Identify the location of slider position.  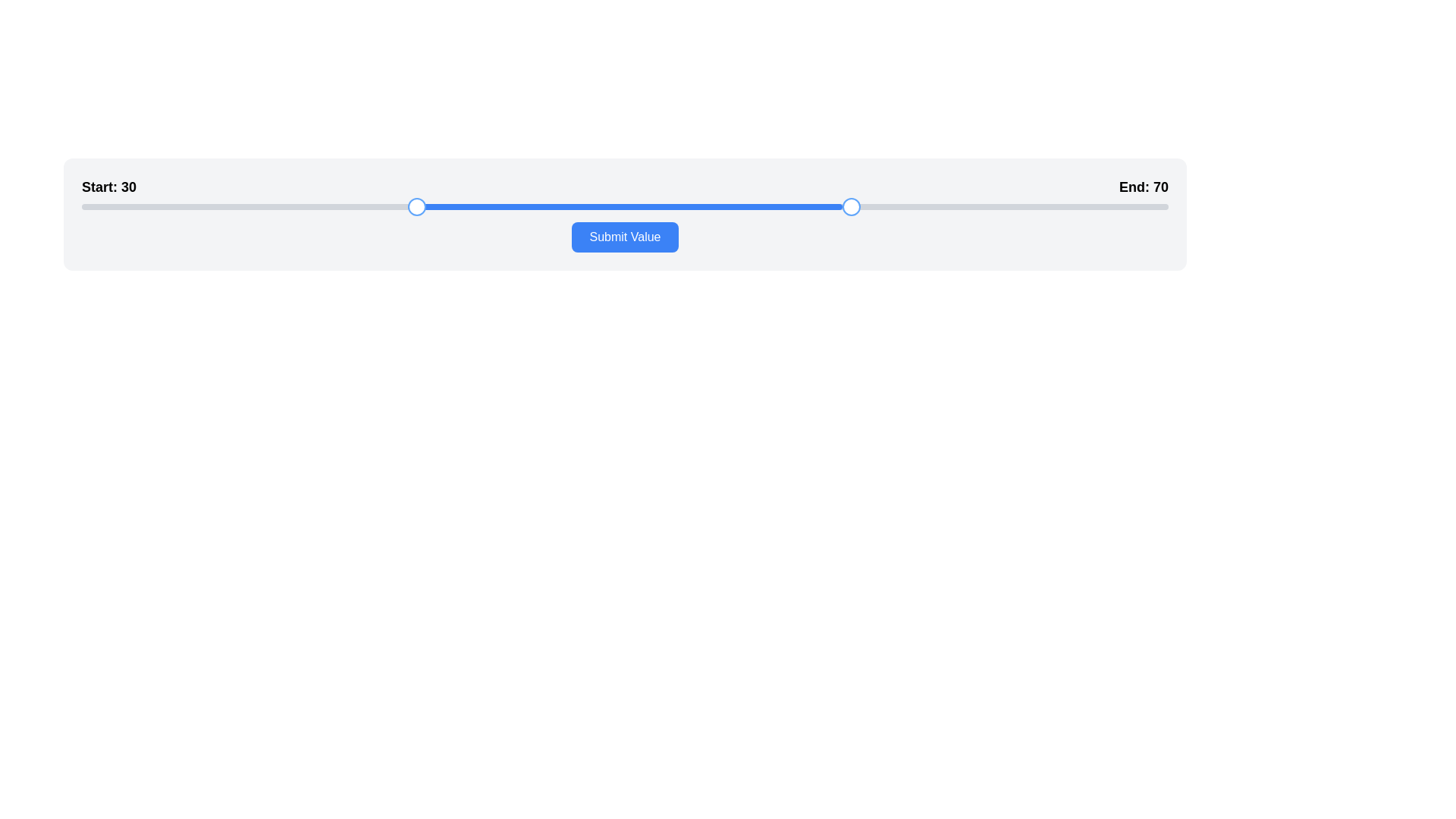
(231, 207).